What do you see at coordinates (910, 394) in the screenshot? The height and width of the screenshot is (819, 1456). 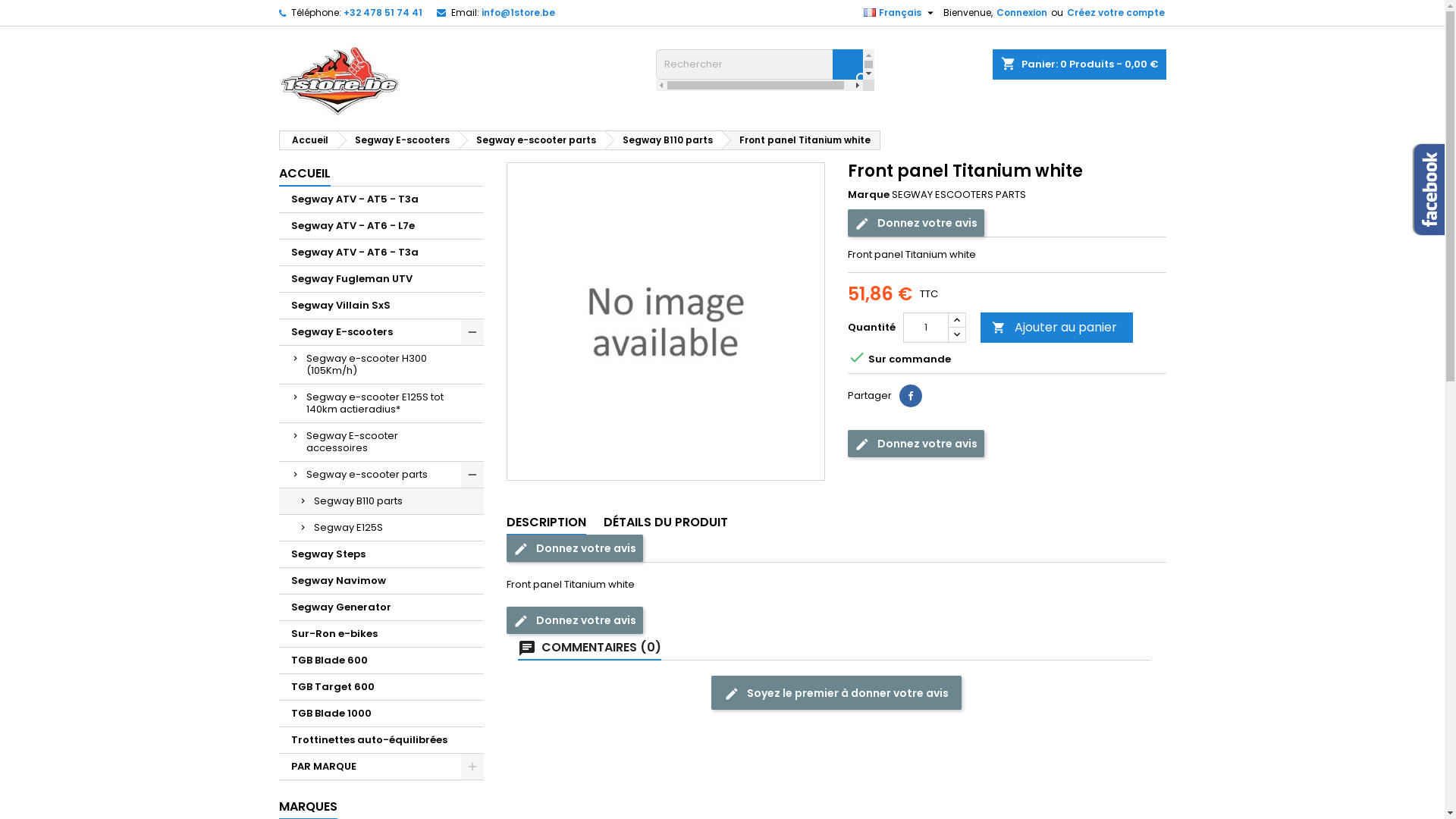 I see `'Partager'` at bounding box center [910, 394].